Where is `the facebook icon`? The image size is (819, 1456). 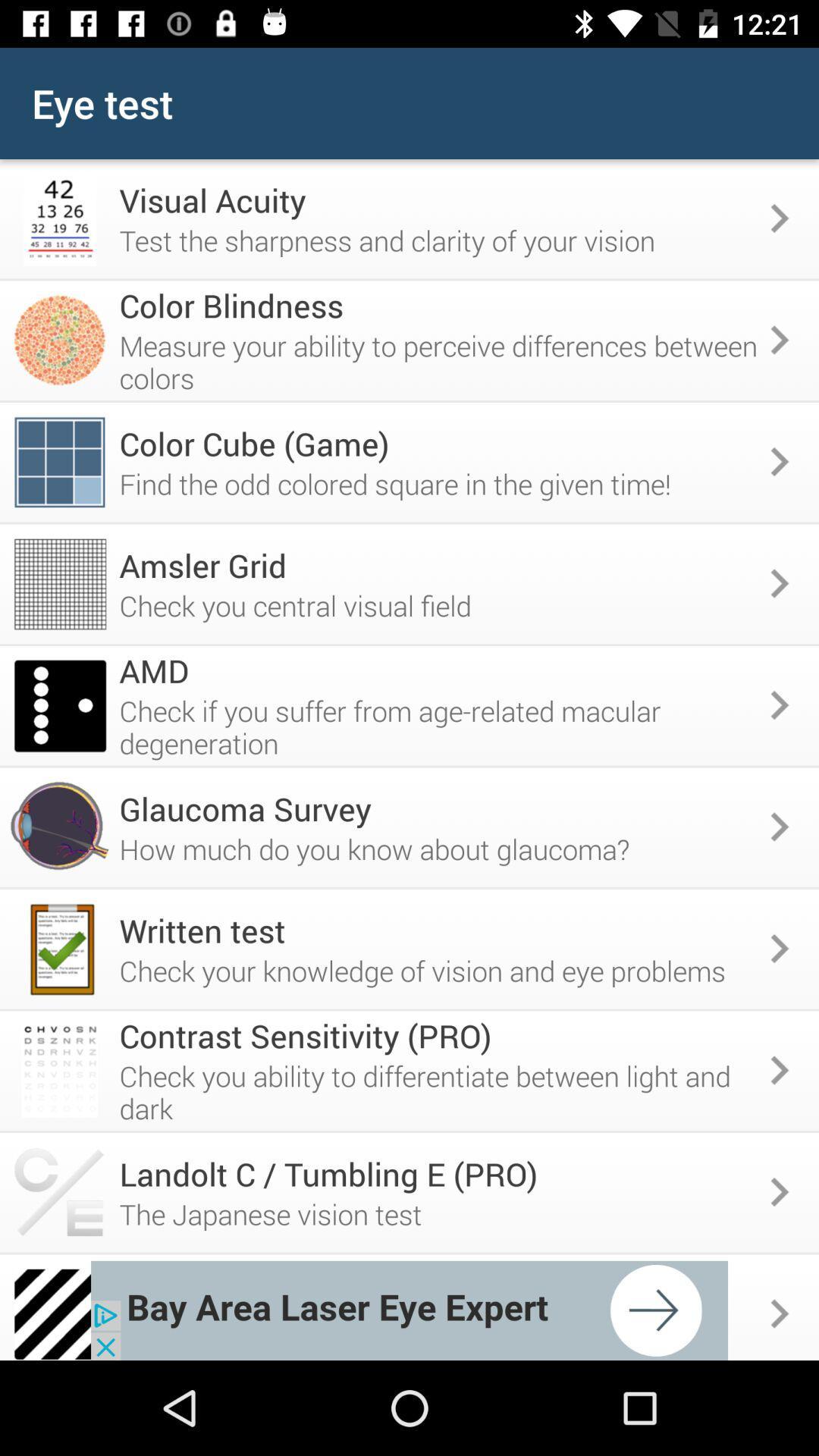
the facebook icon is located at coordinates (32, 33).